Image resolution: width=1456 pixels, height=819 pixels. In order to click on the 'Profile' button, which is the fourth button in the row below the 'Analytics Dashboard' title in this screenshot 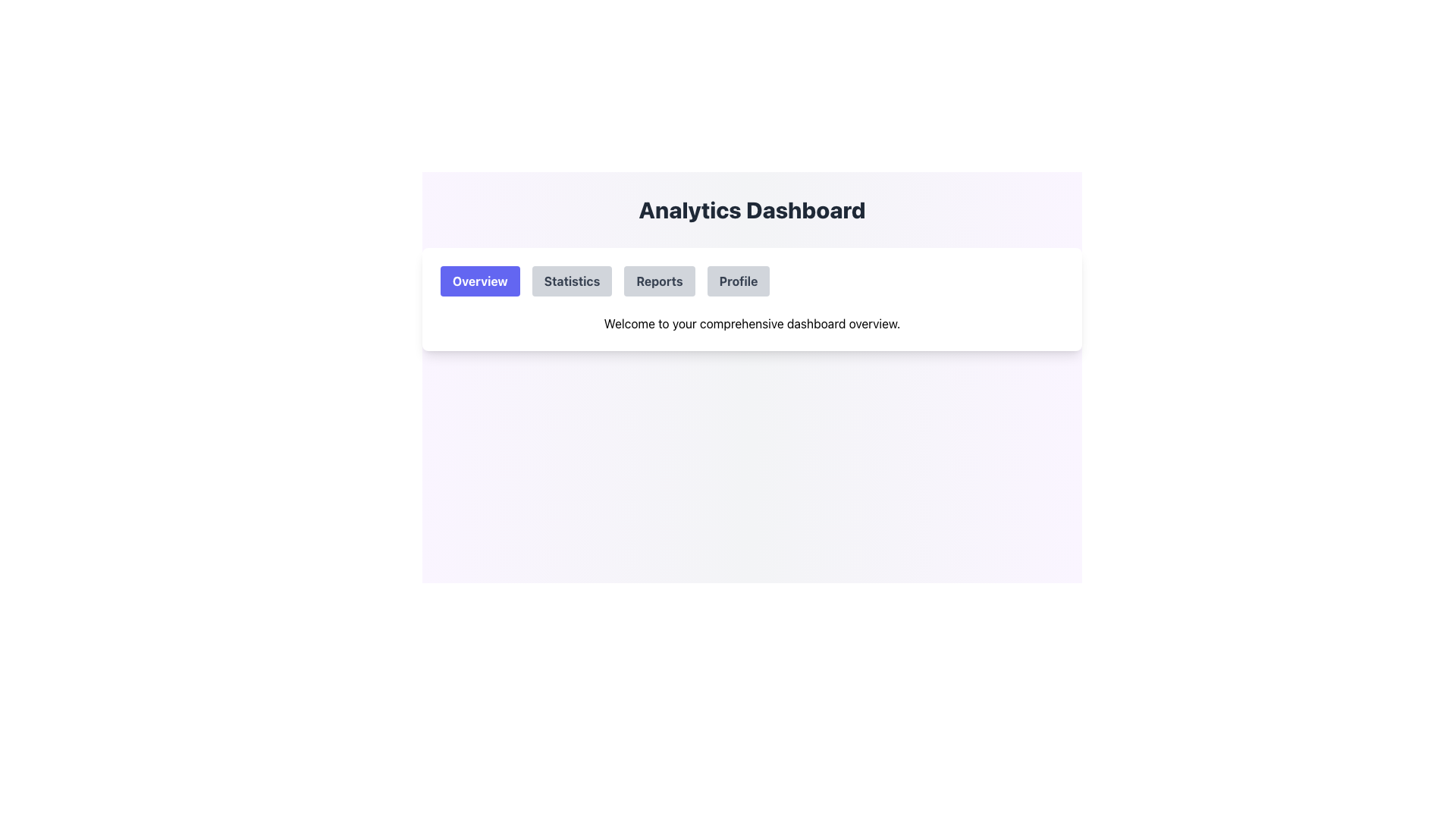, I will do `click(739, 281)`.